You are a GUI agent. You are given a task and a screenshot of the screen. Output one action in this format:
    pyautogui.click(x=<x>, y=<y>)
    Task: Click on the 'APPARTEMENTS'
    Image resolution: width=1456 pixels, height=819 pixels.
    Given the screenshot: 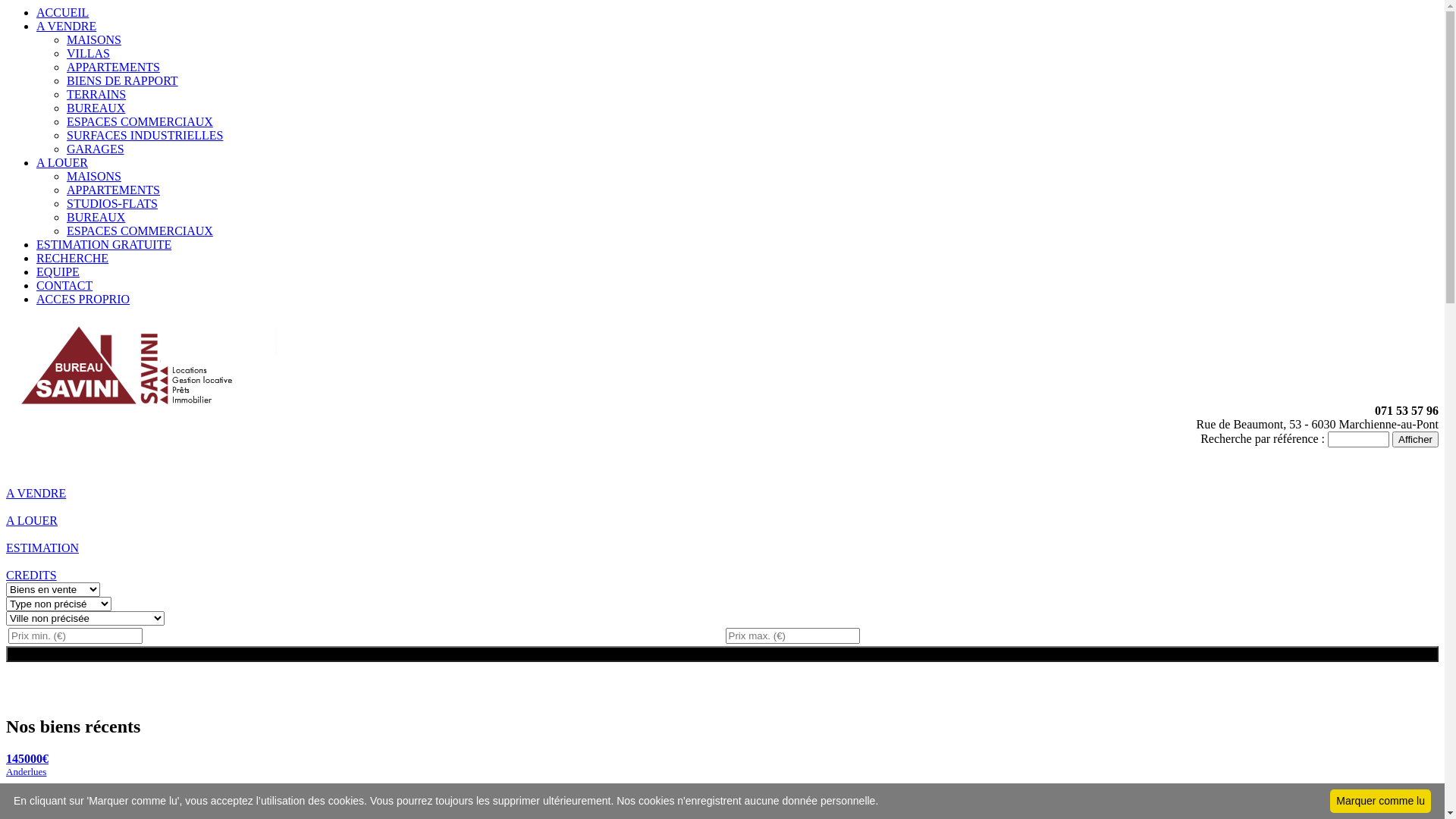 What is the action you would take?
    pyautogui.click(x=112, y=66)
    